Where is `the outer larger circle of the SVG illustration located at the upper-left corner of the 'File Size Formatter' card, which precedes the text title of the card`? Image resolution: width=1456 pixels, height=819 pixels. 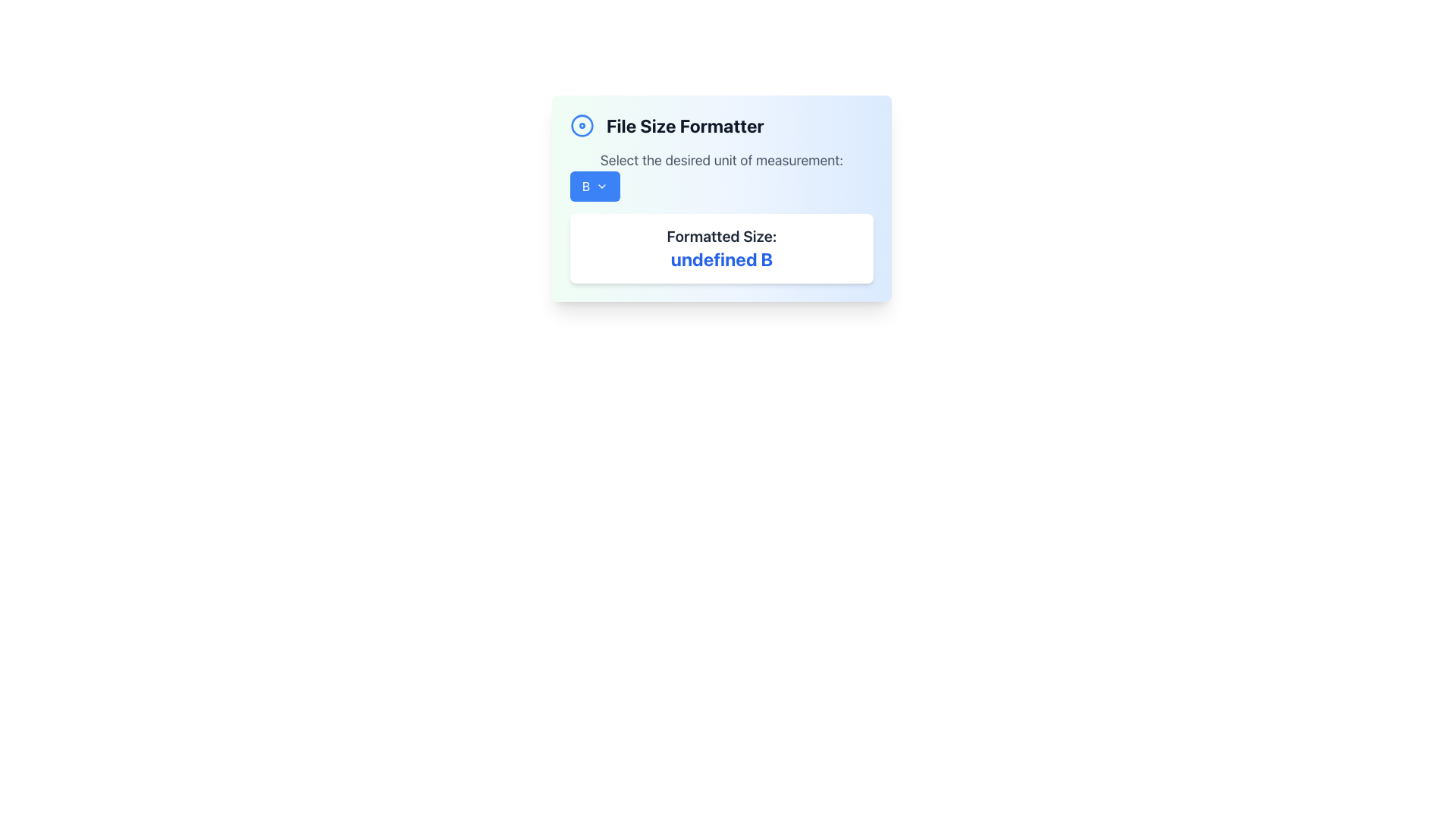
the outer larger circle of the SVG illustration located at the upper-left corner of the 'File Size Formatter' card, which precedes the text title of the card is located at coordinates (582, 124).